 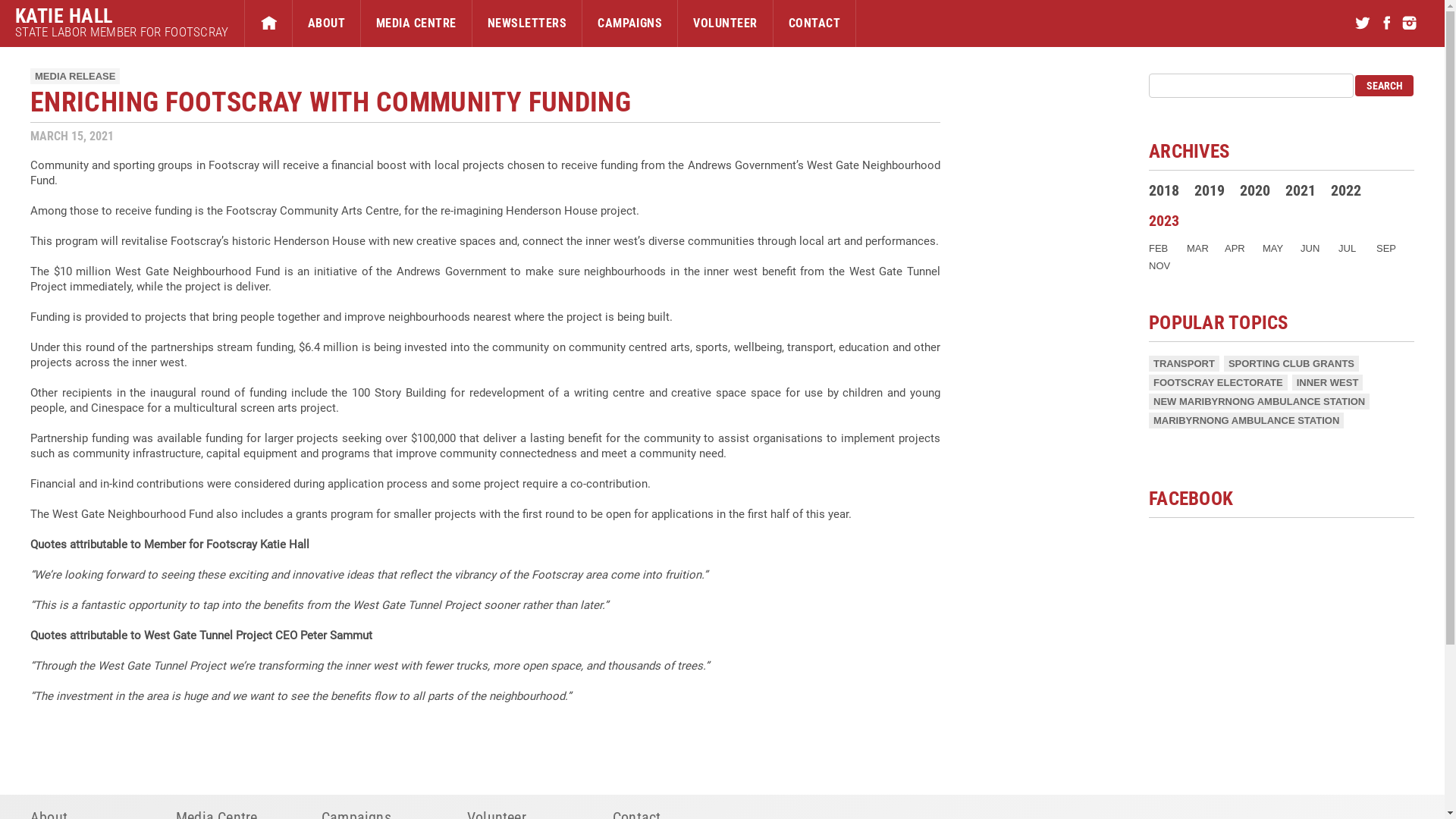 I want to click on '2018', so click(x=1163, y=189).